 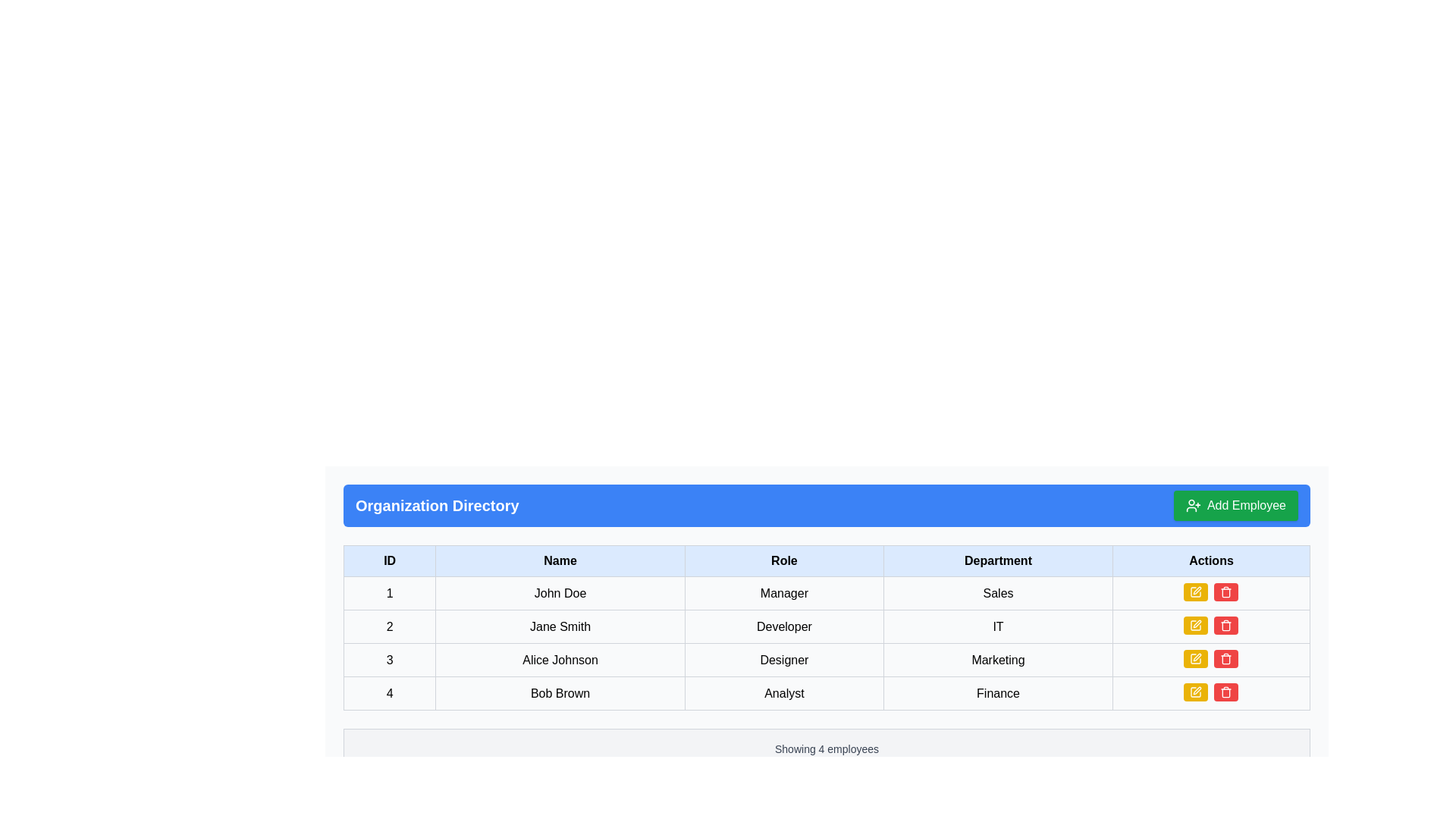 I want to click on the leftmost edit button in the 'Actions' column of the first row under the 'Organization Directory' header, so click(x=1195, y=591).